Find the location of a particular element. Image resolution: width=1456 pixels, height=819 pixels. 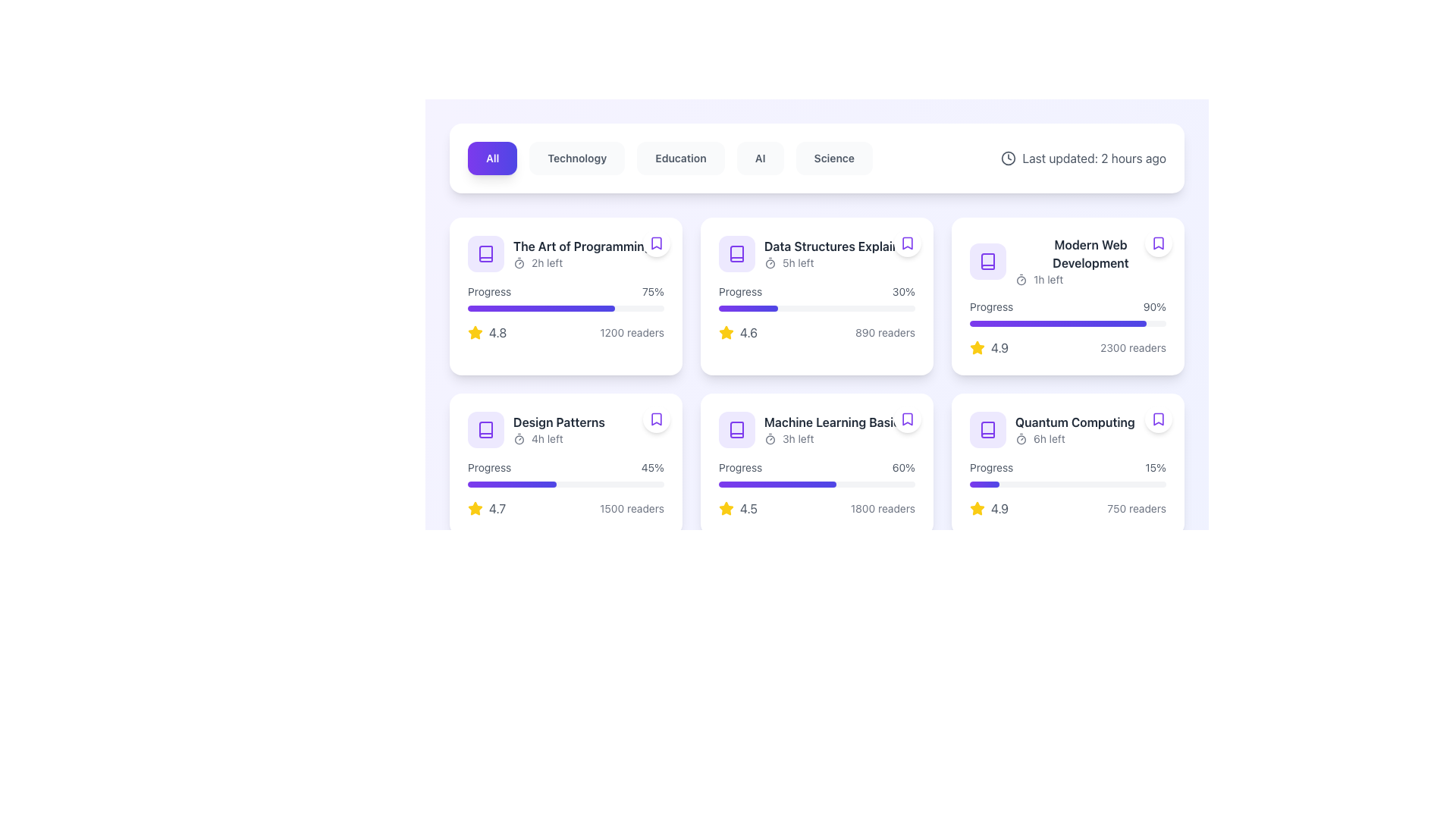

information displayed in the text element that shows '890 readers' at the bottom right corner of the card labeled 'Data Structures Explained' is located at coordinates (885, 332).